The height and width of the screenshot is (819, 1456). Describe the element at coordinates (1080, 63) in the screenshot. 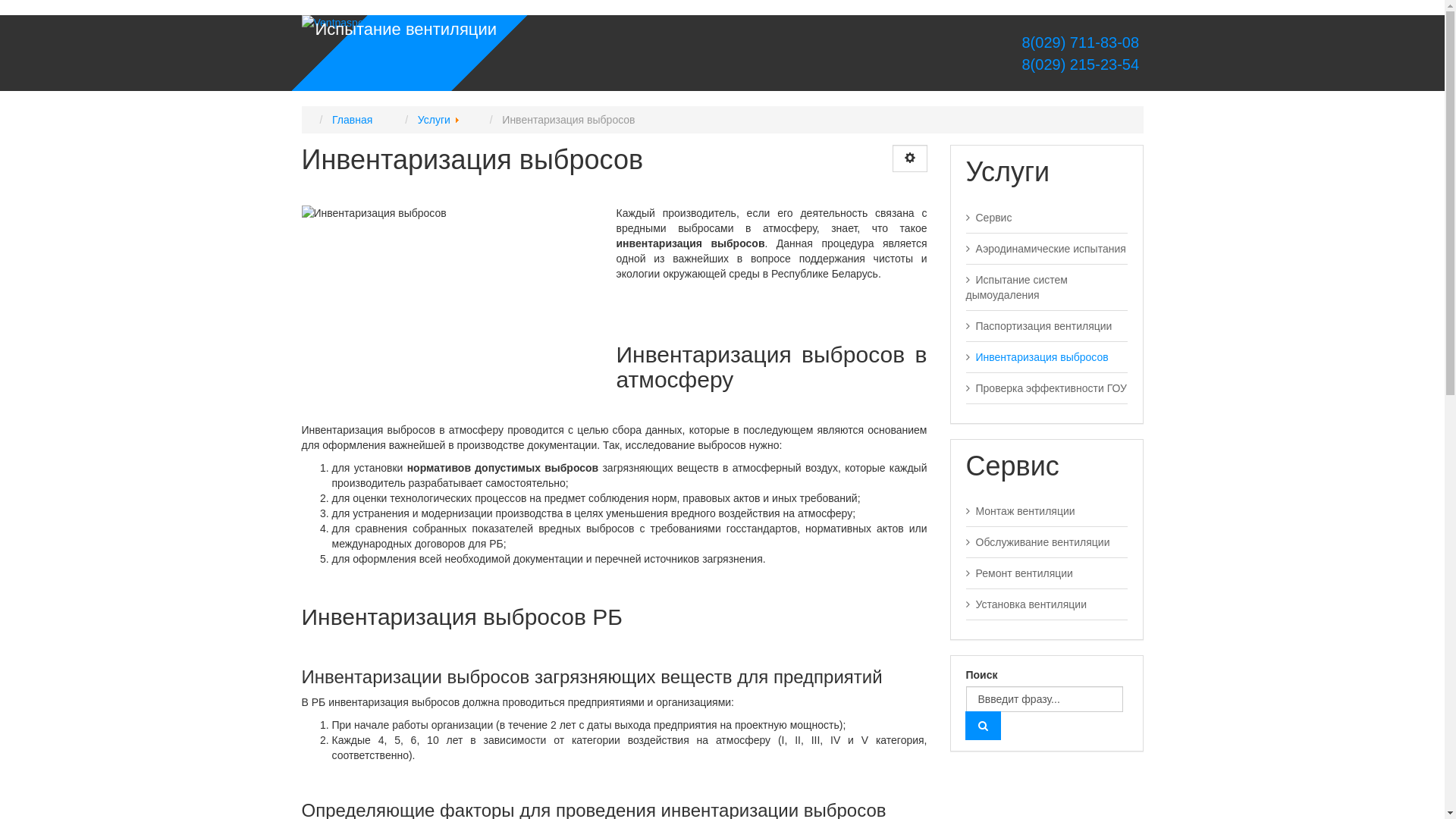

I see `'8(029) 215-23-54'` at that location.